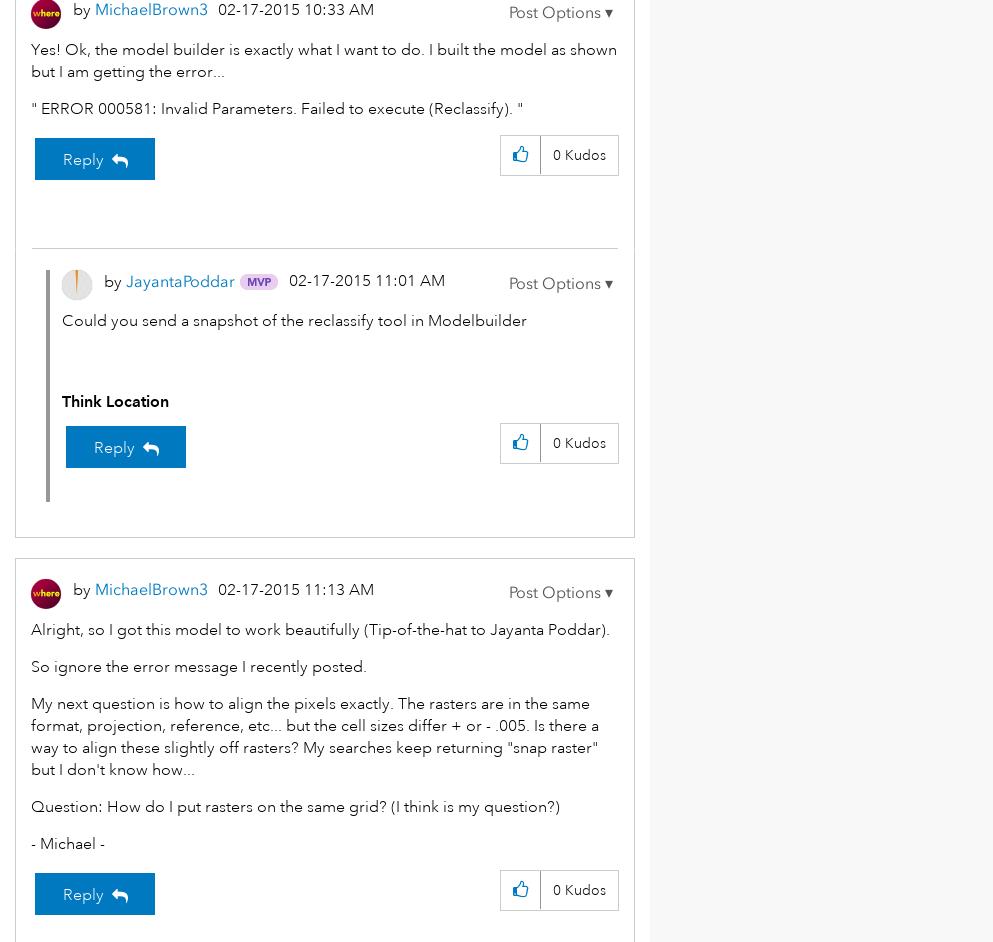 The width and height of the screenshot is (993, 942). What do you see at coordinates (295, 806) in the screenshot?
I see `'Question: How do I put rasters on the same grid? (I think is my question?)'` at bounding box center [295, 806].